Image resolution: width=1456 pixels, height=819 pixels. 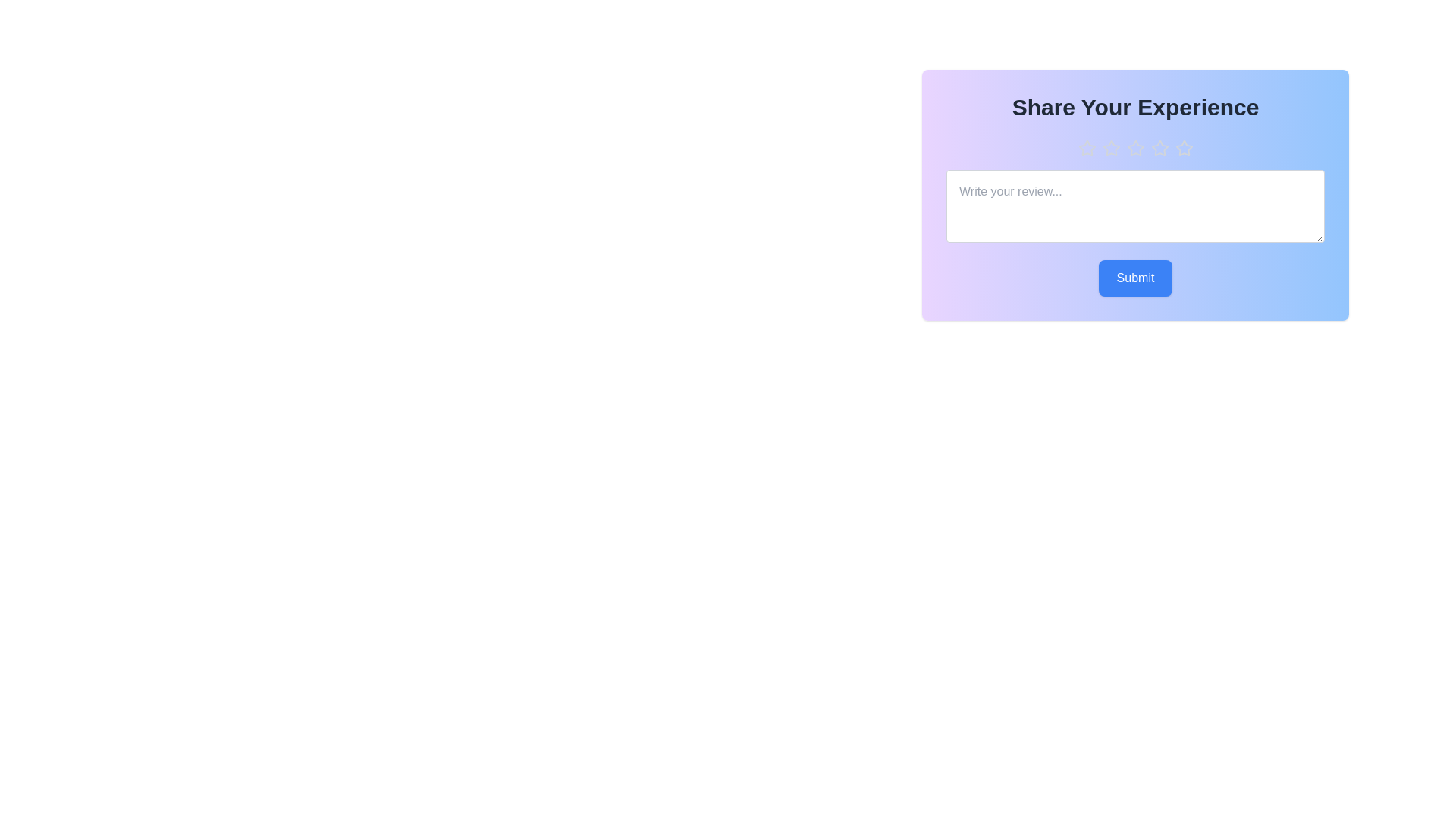 I want to click on the rating to 1 stars by clicking the corresponding star button, so click(x=1086, y=149).